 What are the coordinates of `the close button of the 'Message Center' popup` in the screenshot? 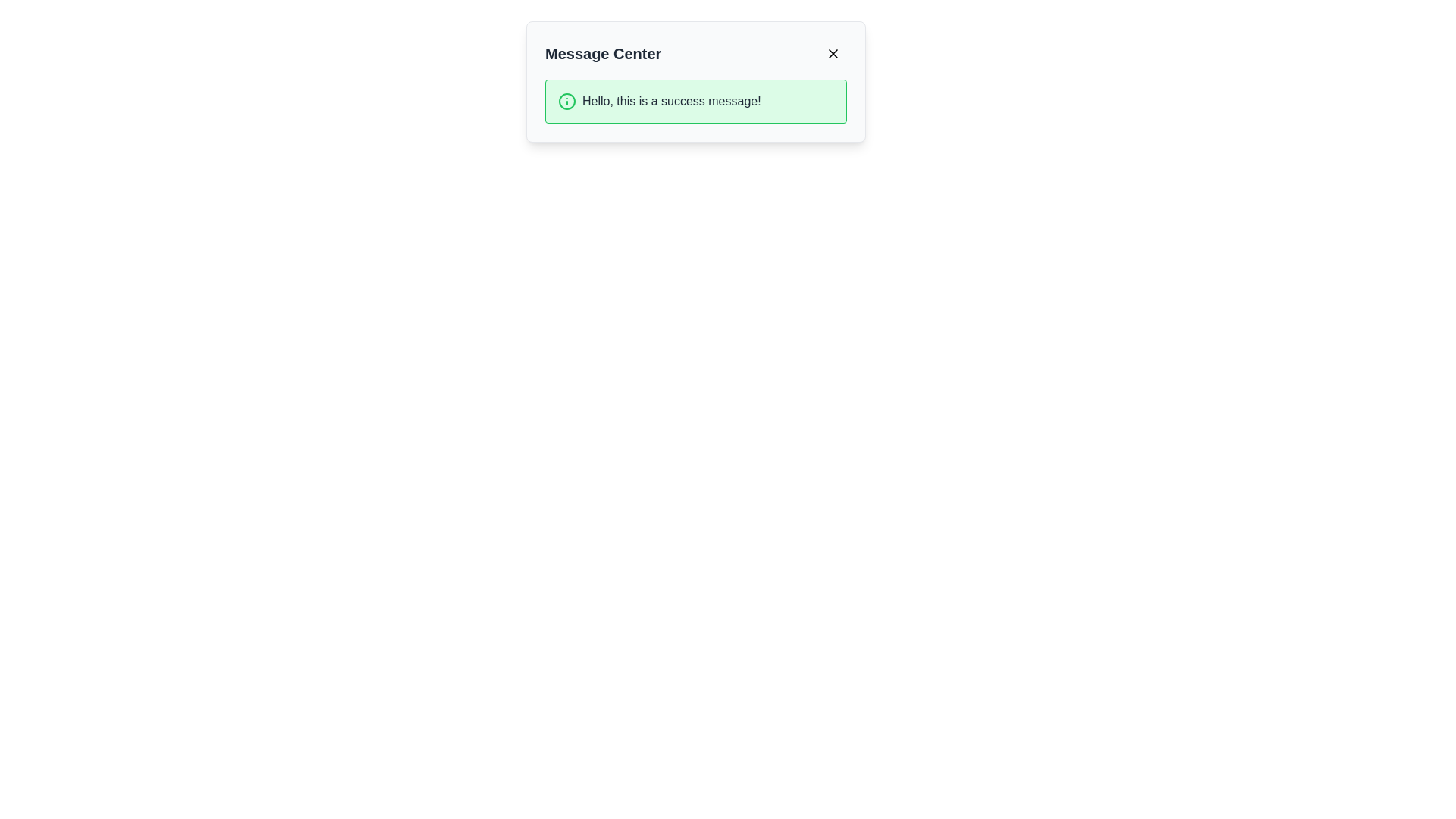 It's located at (833, 52).